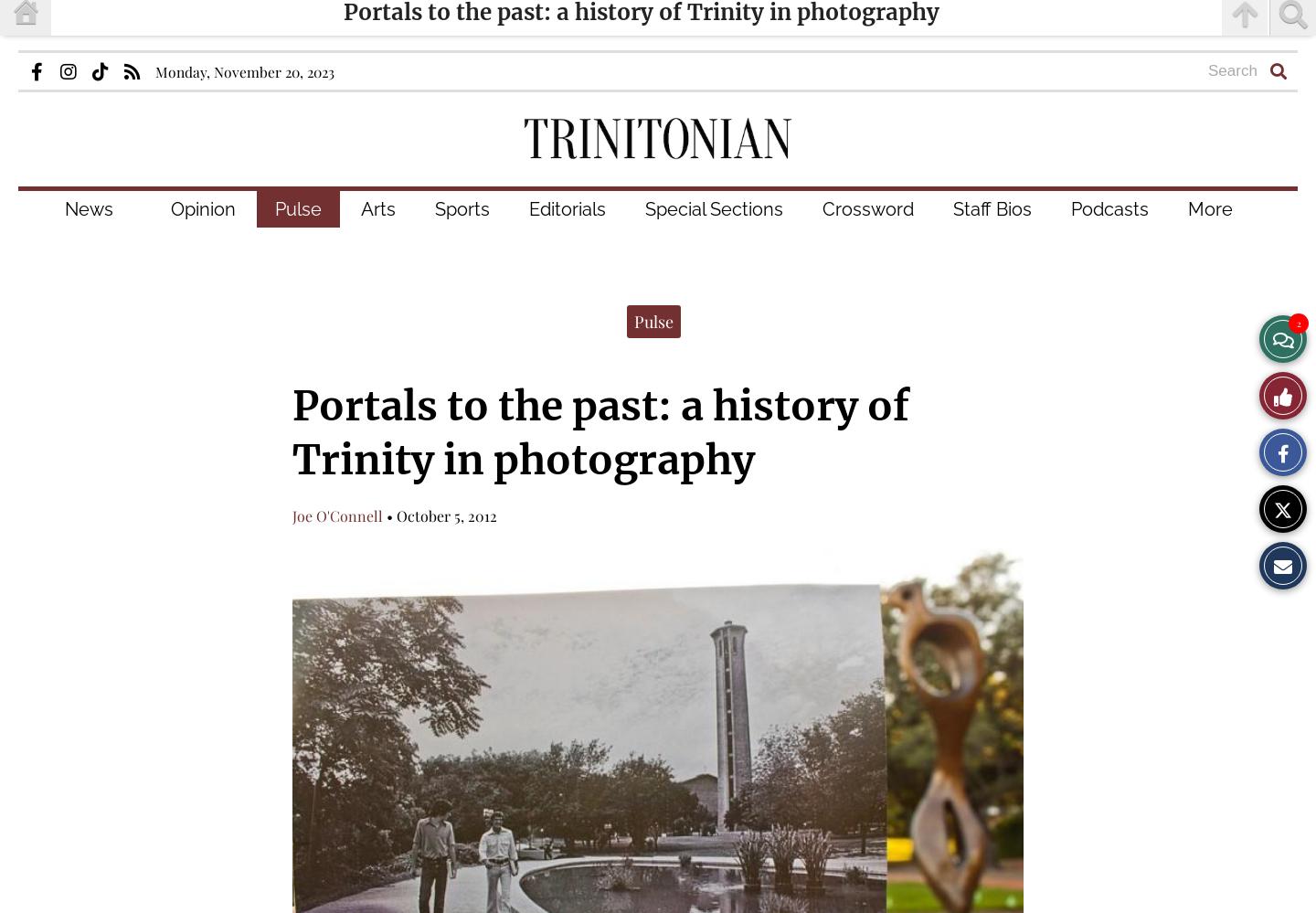  Describe the element at coordinates (359, 208) in the screenshot. I see `'Arts'` at that location.